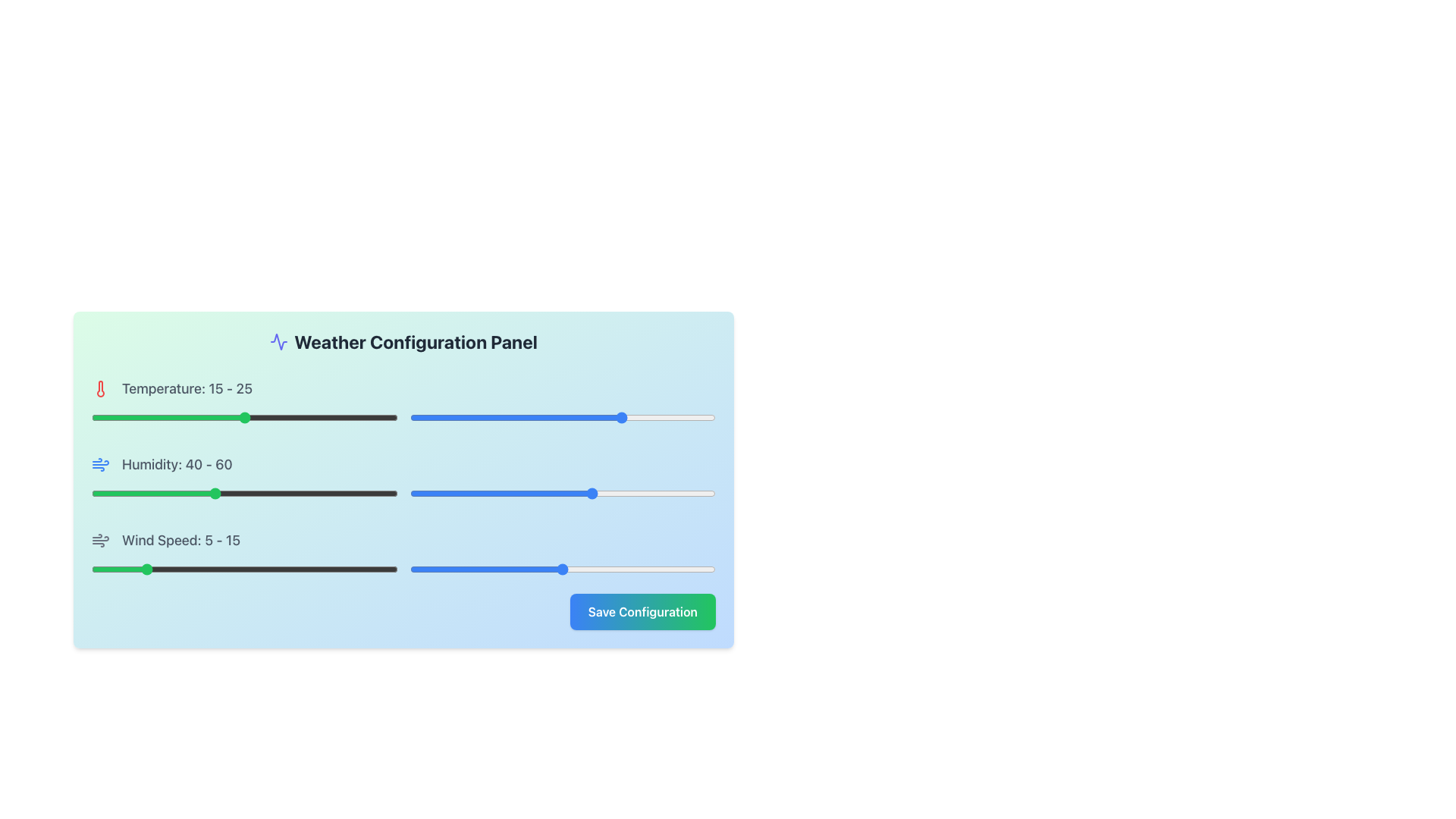 The image size is (1456, 819). I want to click on value of the slider, so click(648, 418).